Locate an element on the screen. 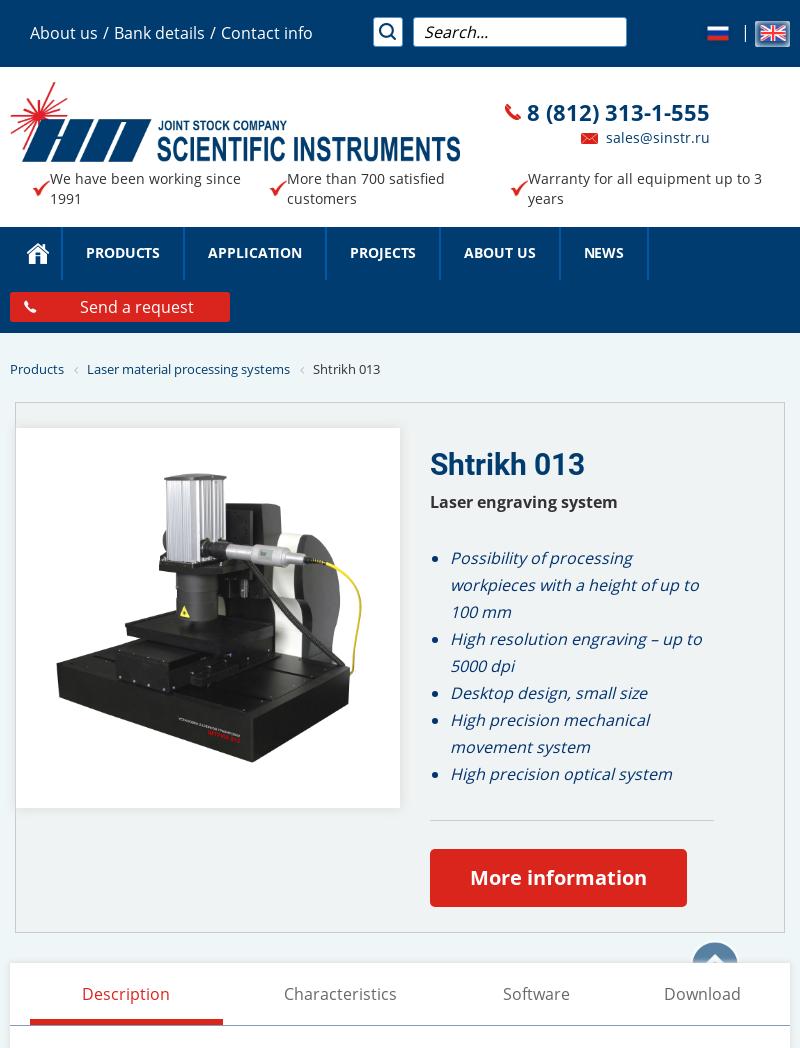 The image size is (800, 1048). 'High precision optical system' is located at coordinates (560, 773).